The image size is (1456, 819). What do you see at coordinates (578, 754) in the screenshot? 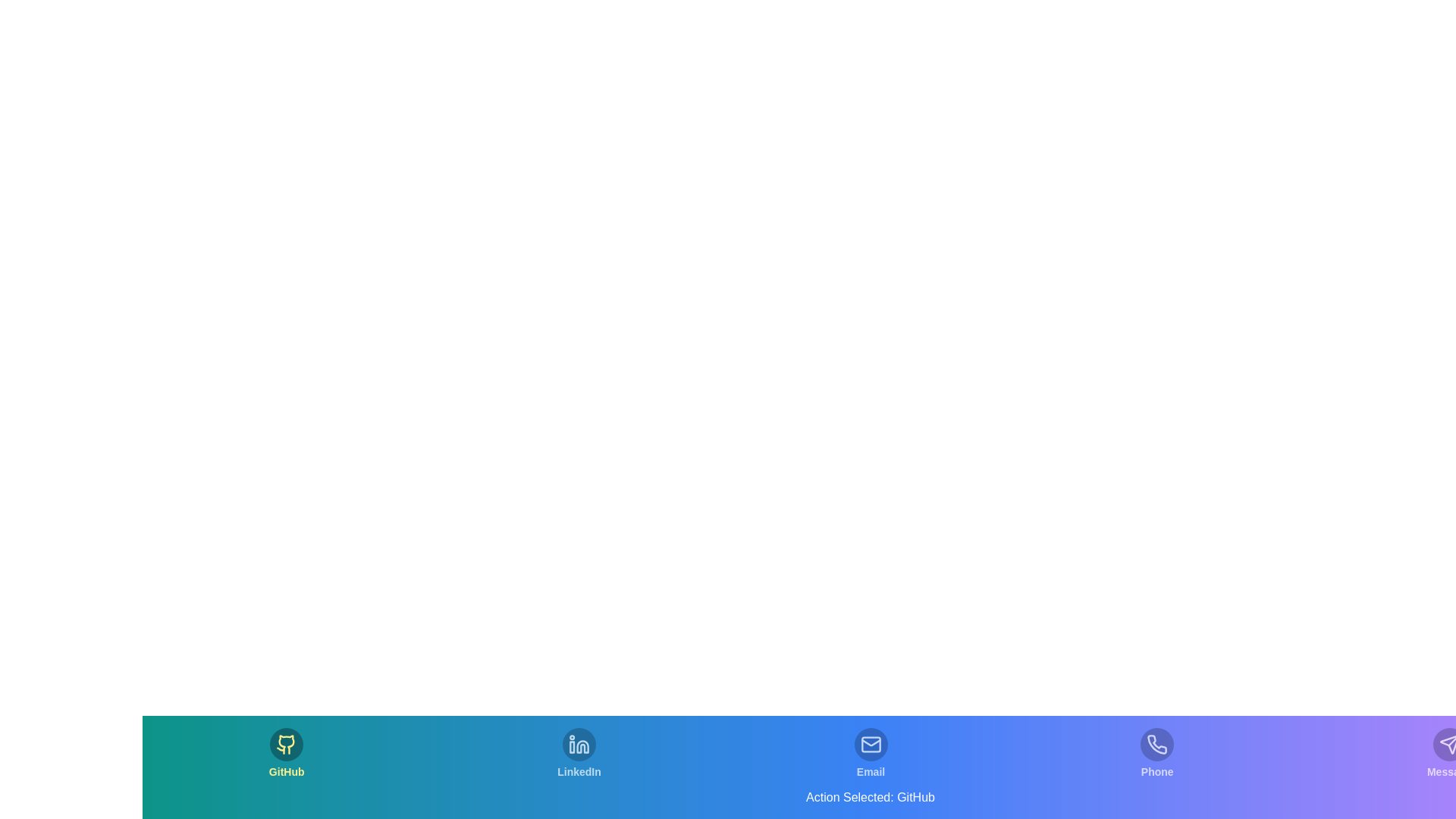
I see `the tab labeled LinkedIn to switch to that section` at bounding box center [578, 754].